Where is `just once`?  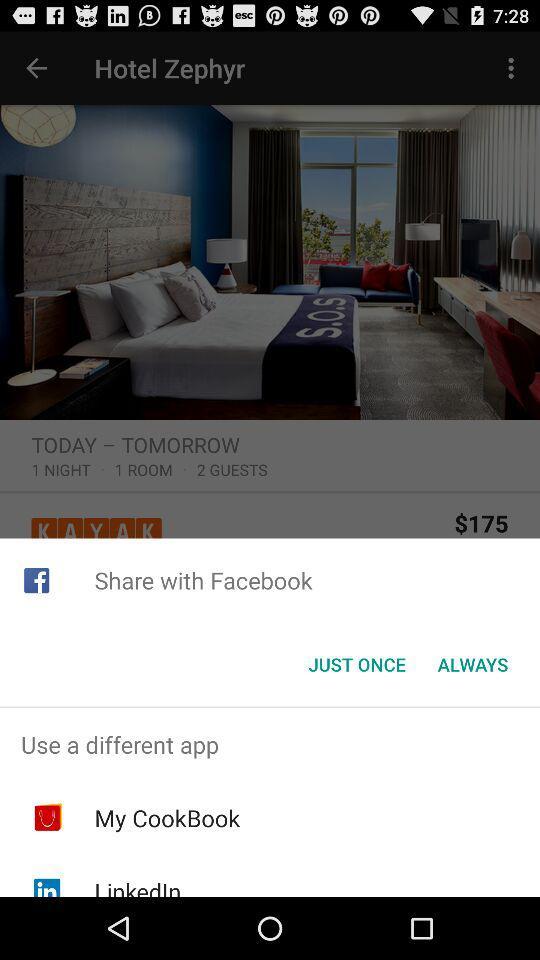 just once is located at coordinates (356, 664).